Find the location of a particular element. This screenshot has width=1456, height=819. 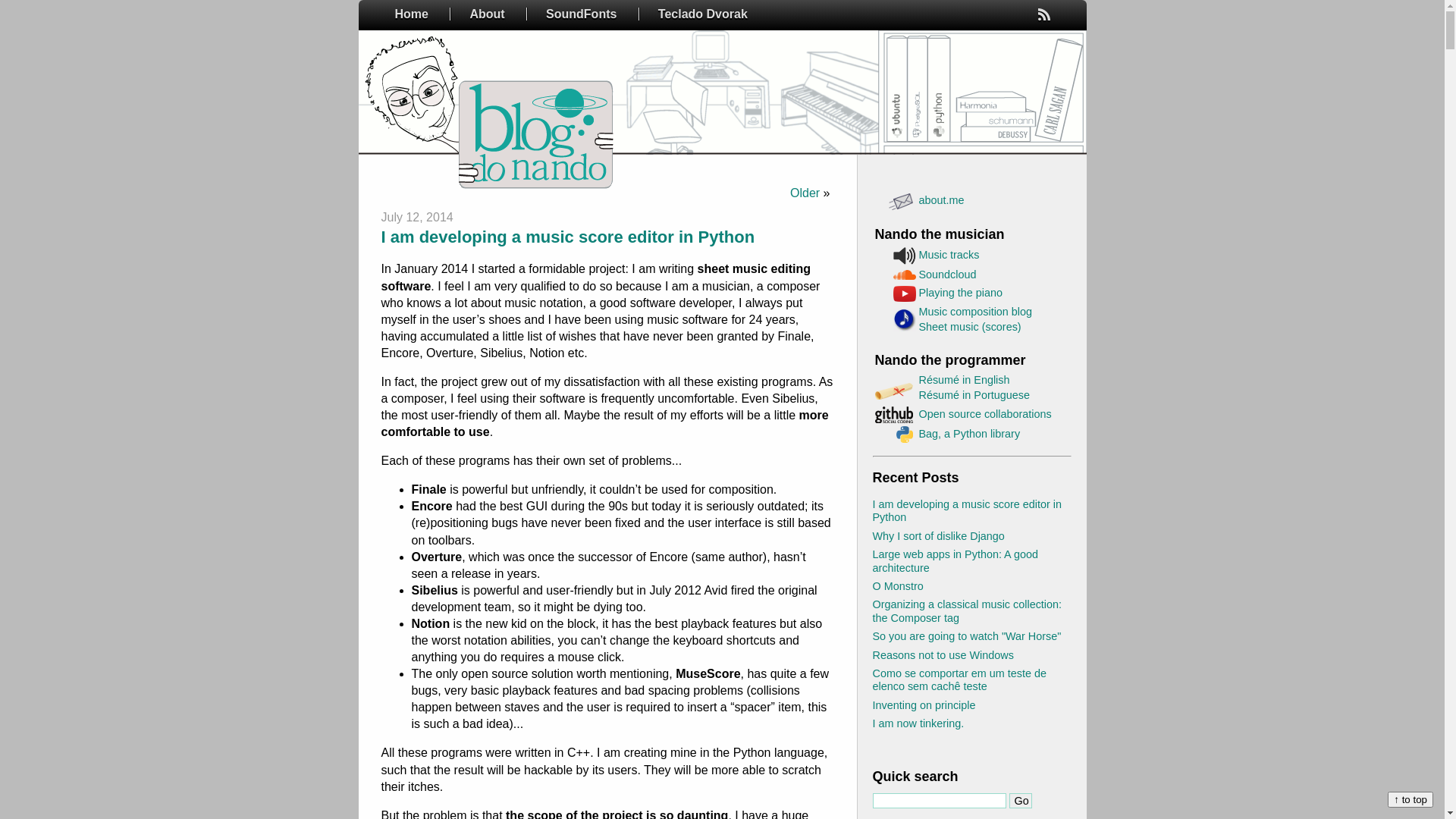

'Why I sort of dislike Django' is located at coordinates (872, 535).